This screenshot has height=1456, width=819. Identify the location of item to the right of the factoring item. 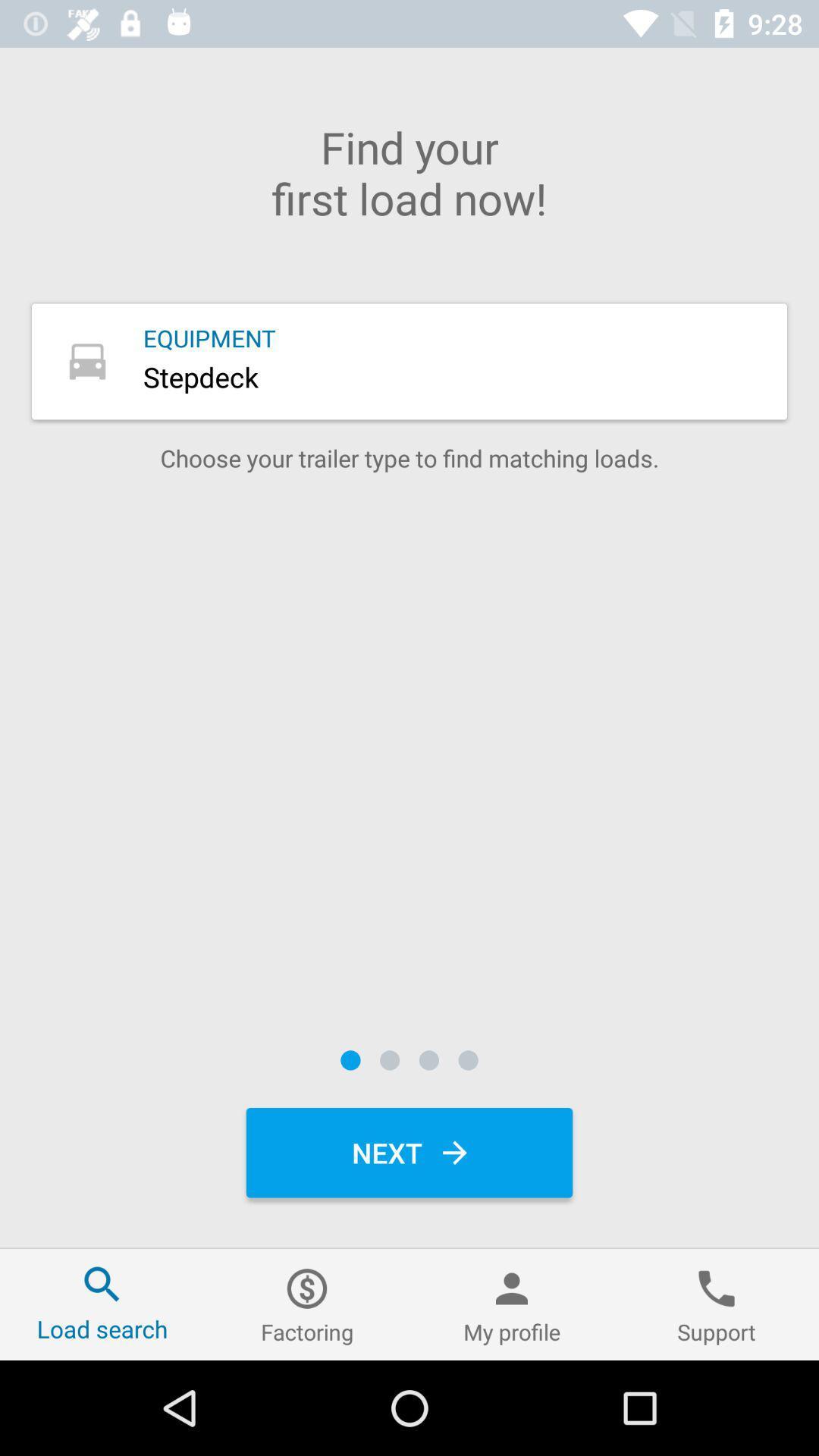
(512, 1304).